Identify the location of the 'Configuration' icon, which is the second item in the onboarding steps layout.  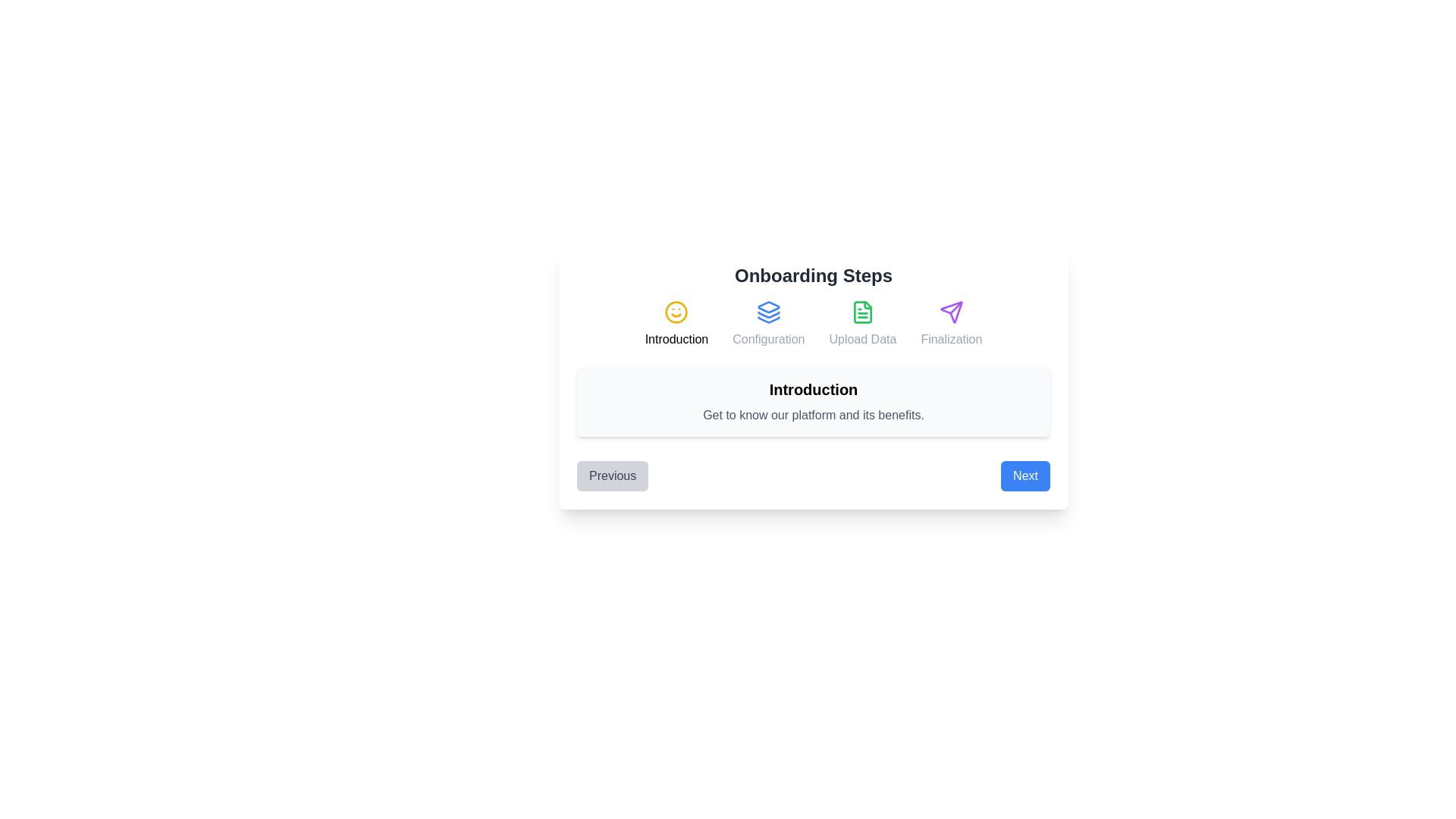
(768, 312).